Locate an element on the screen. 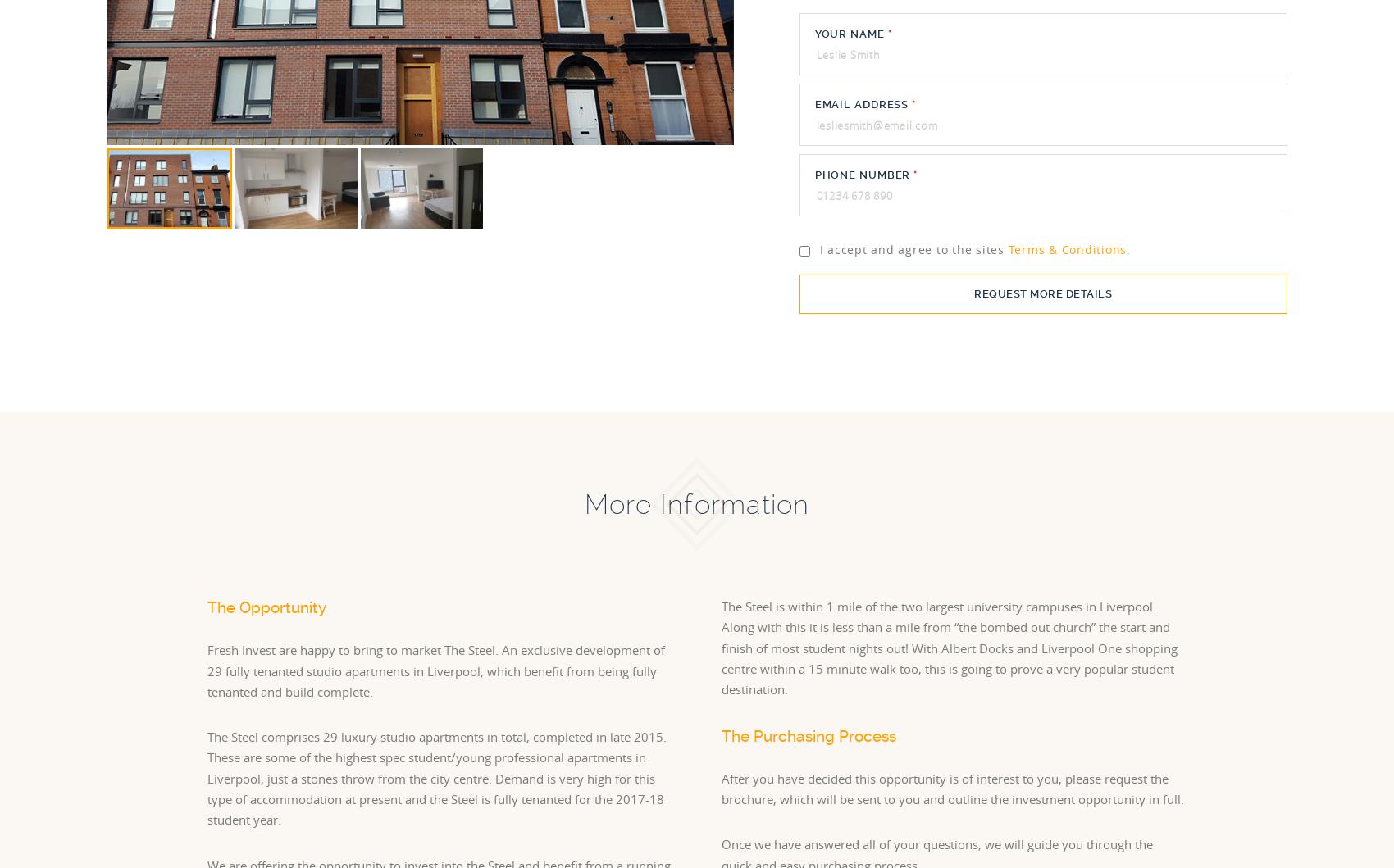  'Fresh Invest are happy to bring to market The Steel. An exclusive development of 29 fully tenanted studio apartments in Liverpool, which benefit from being fully tenanted and build complete.' is located at coordinates (206, 669).